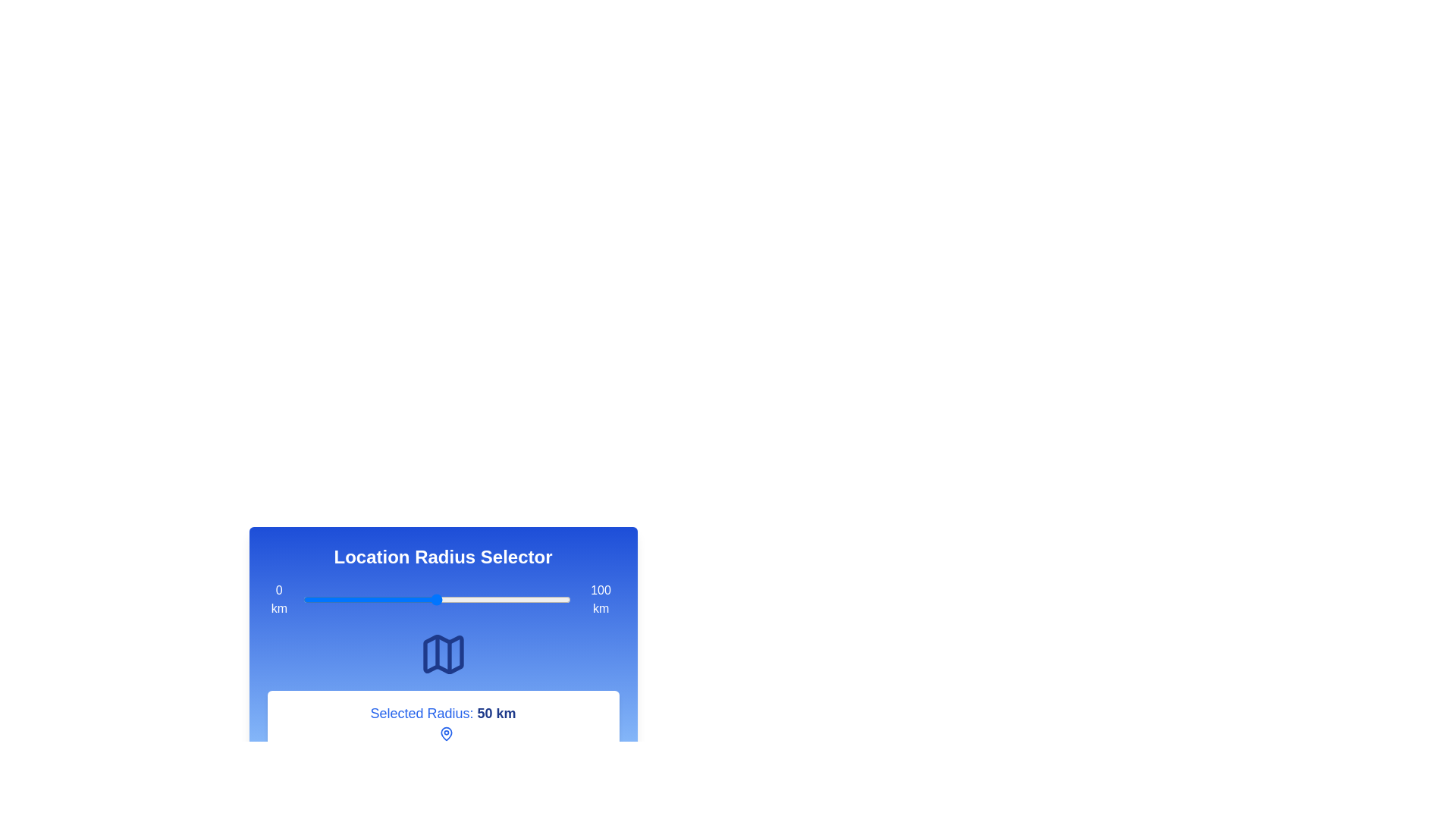  Describe the element at coordinates (442, 654) in the screenshot. I see `the map icon` at that location.